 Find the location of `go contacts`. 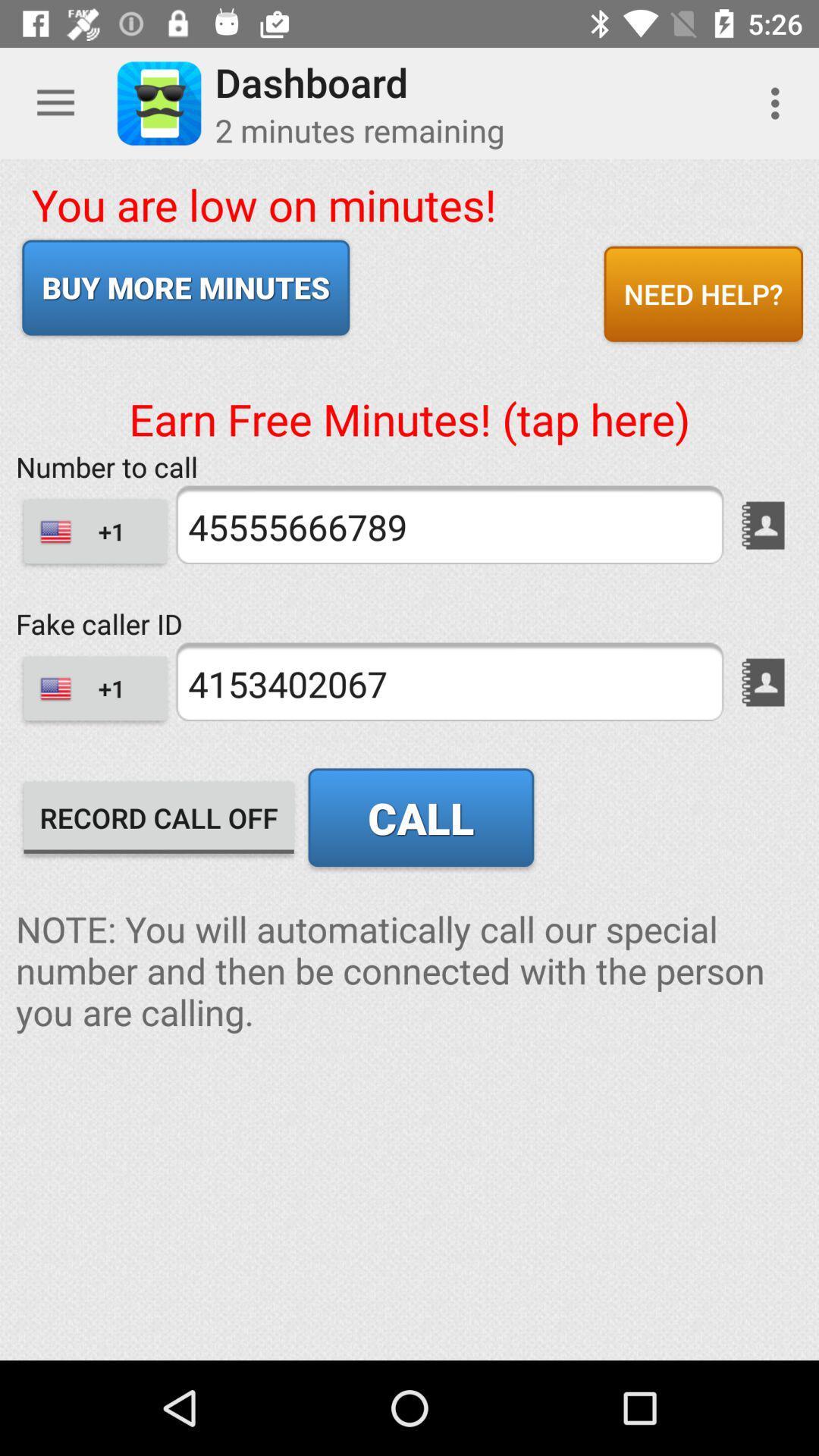

go contacts is located at coordinates (763, 525).